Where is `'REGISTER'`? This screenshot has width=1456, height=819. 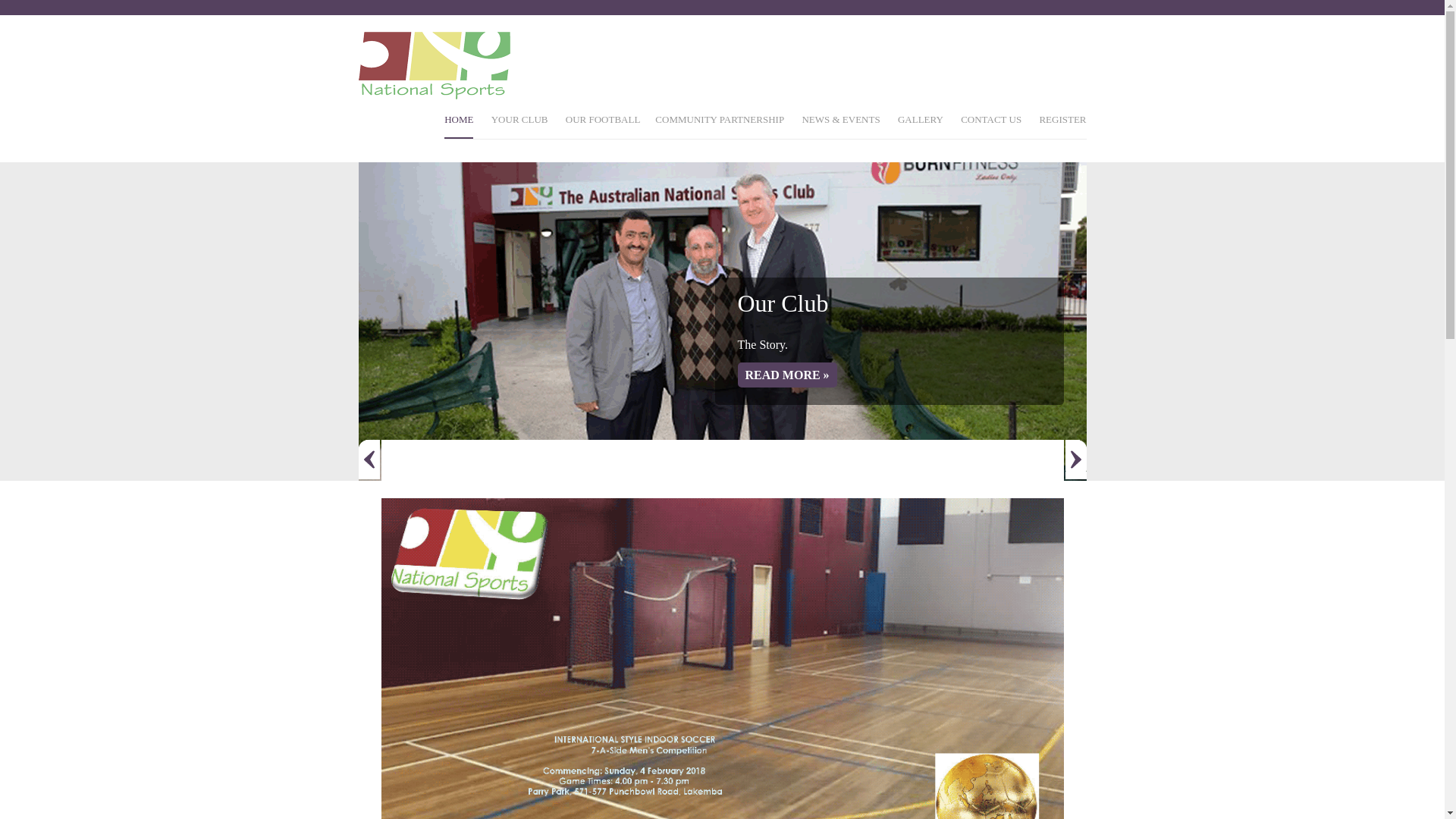
'REGISTER' is located at coordinates (1062, 125).